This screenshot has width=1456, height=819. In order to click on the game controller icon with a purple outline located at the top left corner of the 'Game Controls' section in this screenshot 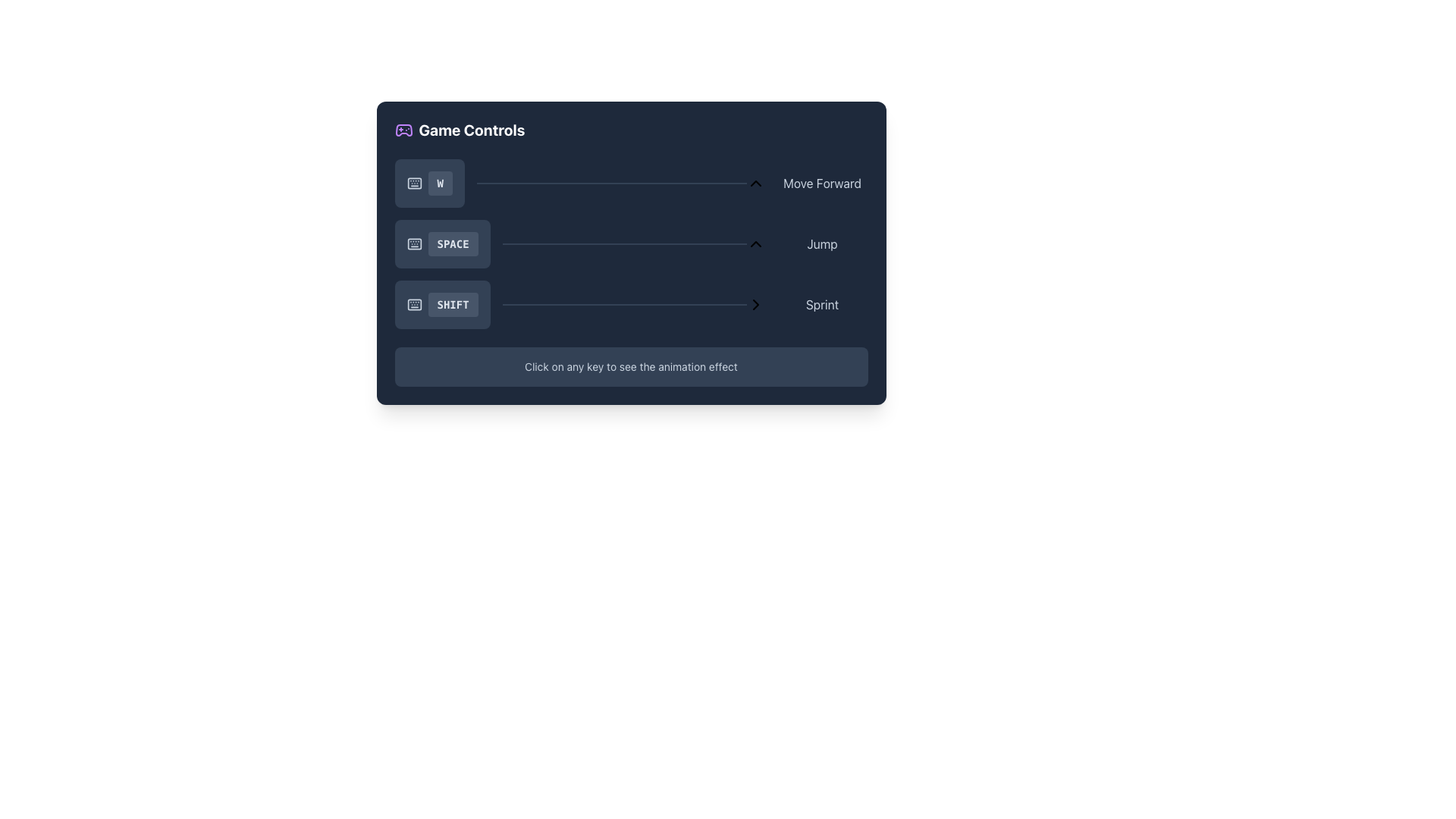, I will do `click(403, 130)`.